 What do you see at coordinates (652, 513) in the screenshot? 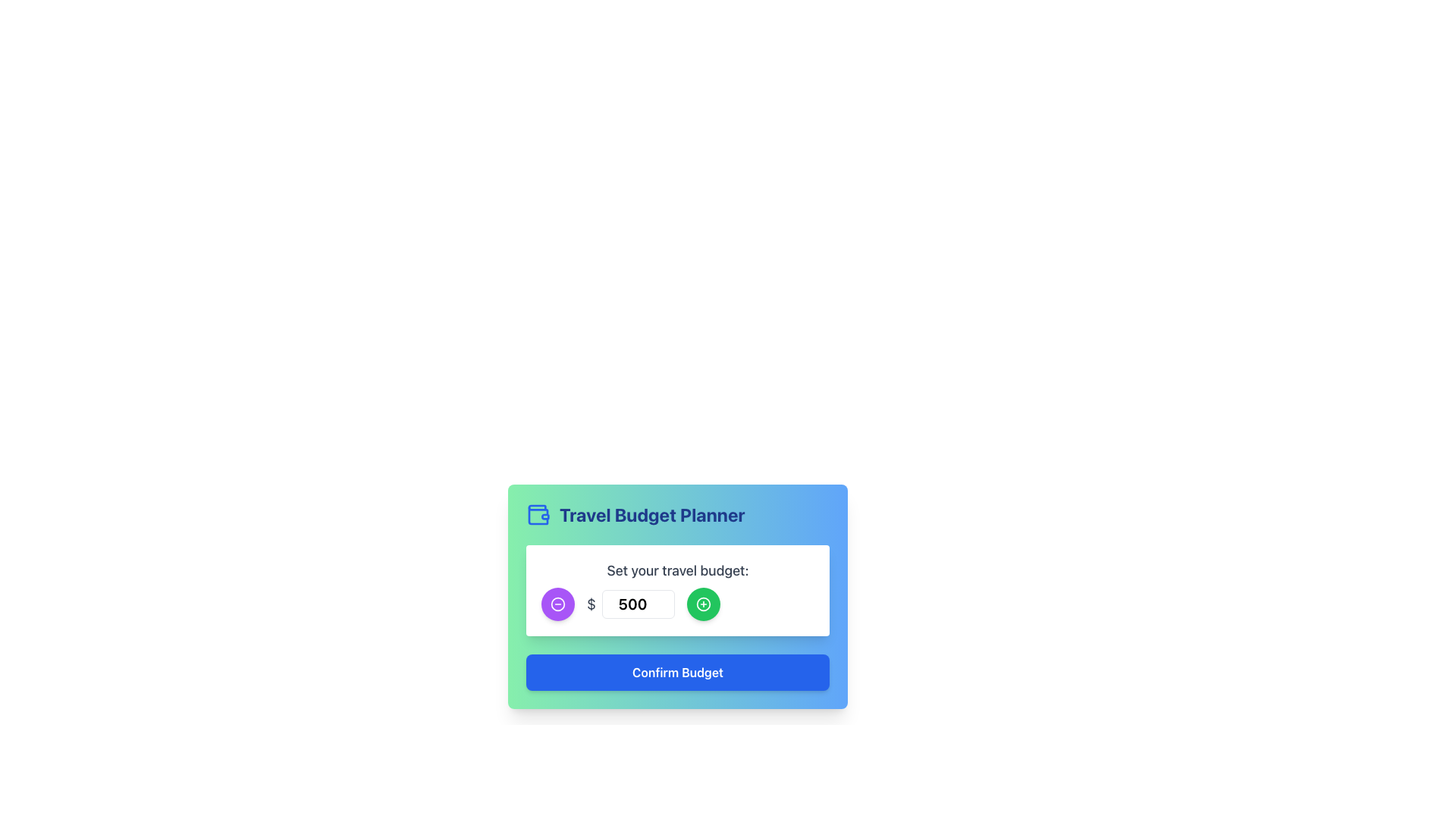
I see `the bold text label displaying 'Travel Budget Planner' which is centrally positioned near the upper area of the panel and styled in dark blue` at bounding box center [652, 513].